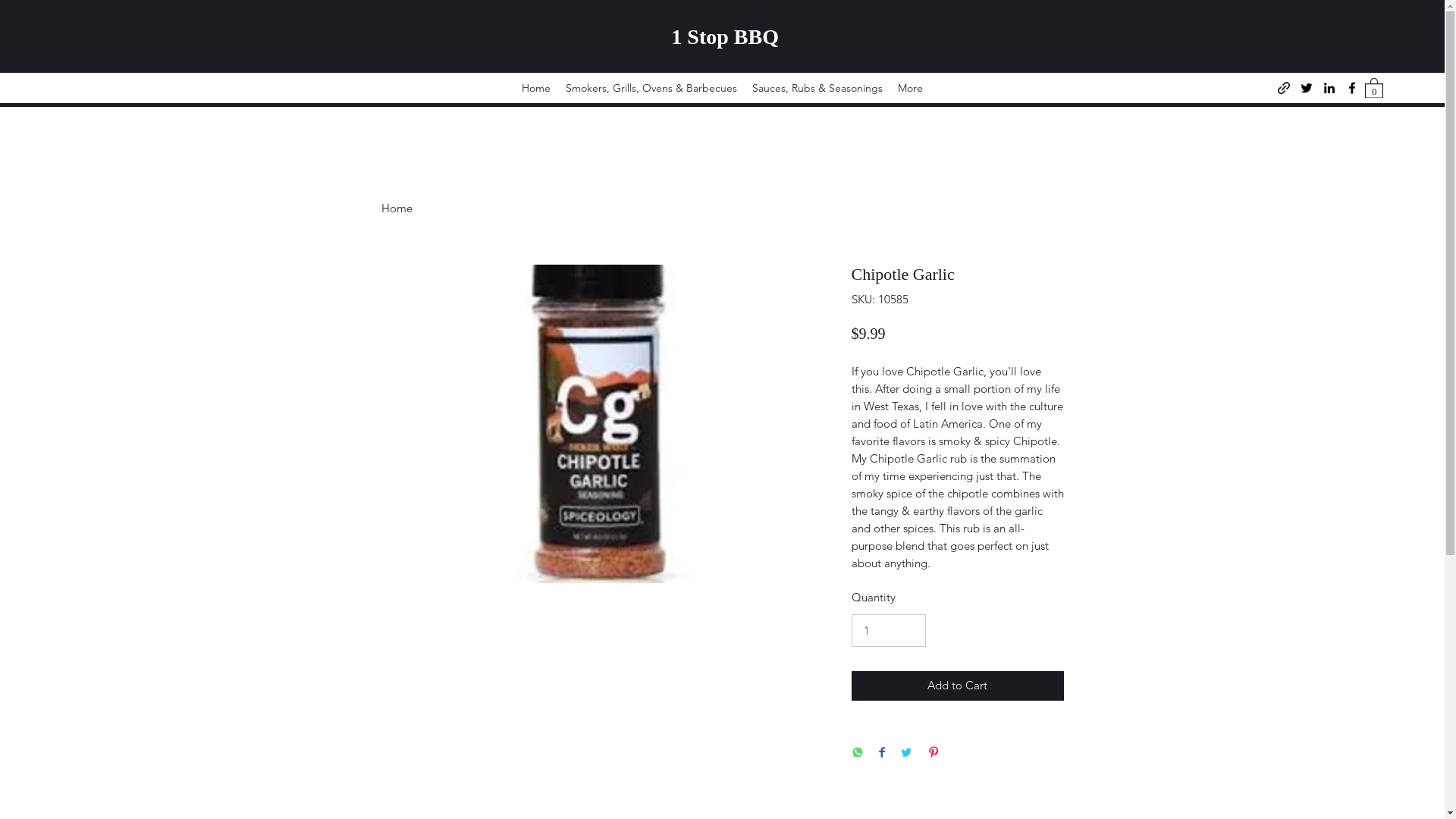 The width and height of the screenshot is (1456, 819). Describe the element at coordinates (396, 207) in the screenshot. I see `'Home'` at that location.